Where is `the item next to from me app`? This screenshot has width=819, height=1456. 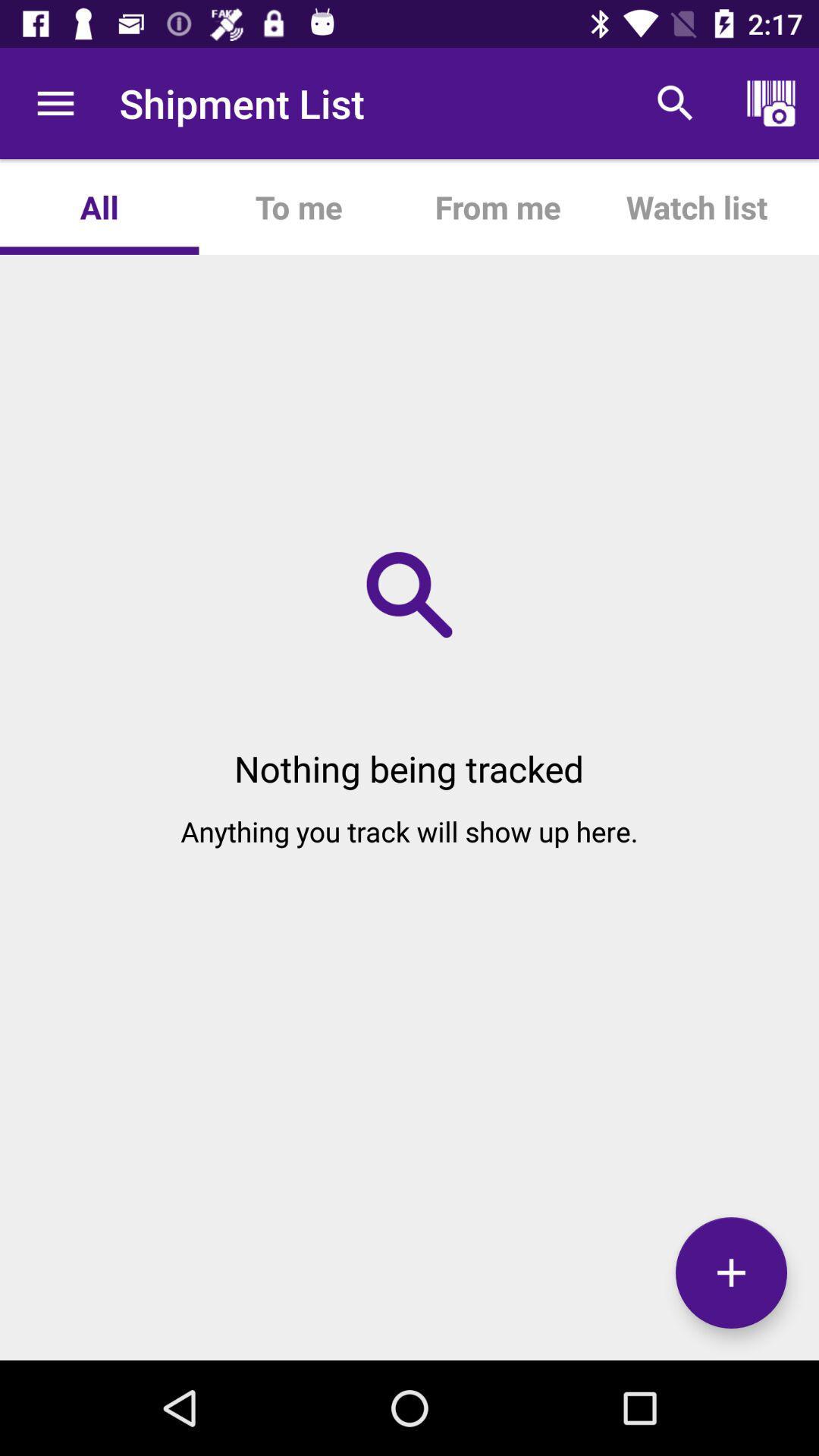 the item next to from me app is located at coordinates (675, 102).